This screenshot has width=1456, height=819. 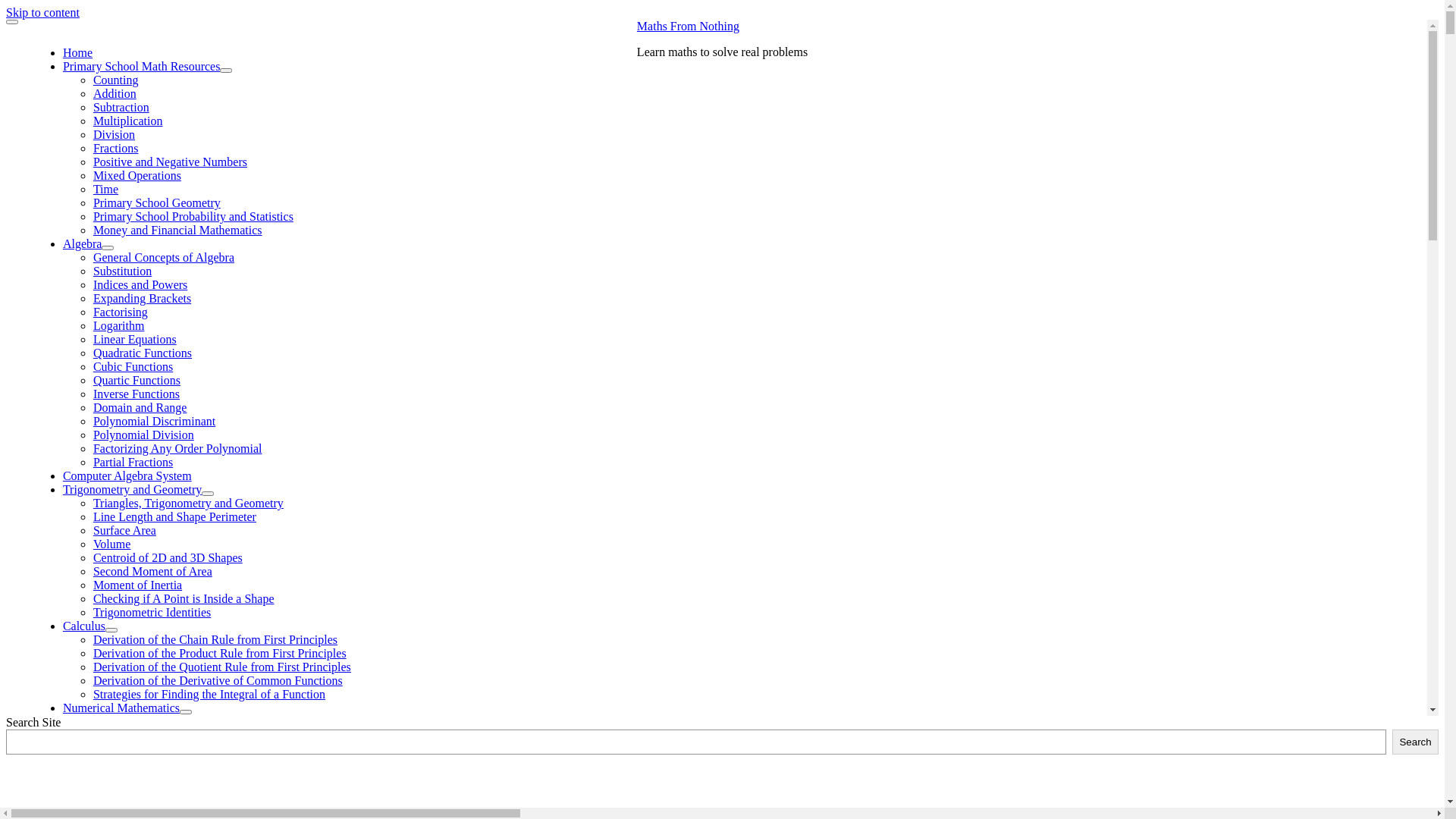 What do you see at coordinates (218, 652) in the screenshot?
I see `'Derivation of the Product Rule from First Principles'` at bounding box center [218, 652].